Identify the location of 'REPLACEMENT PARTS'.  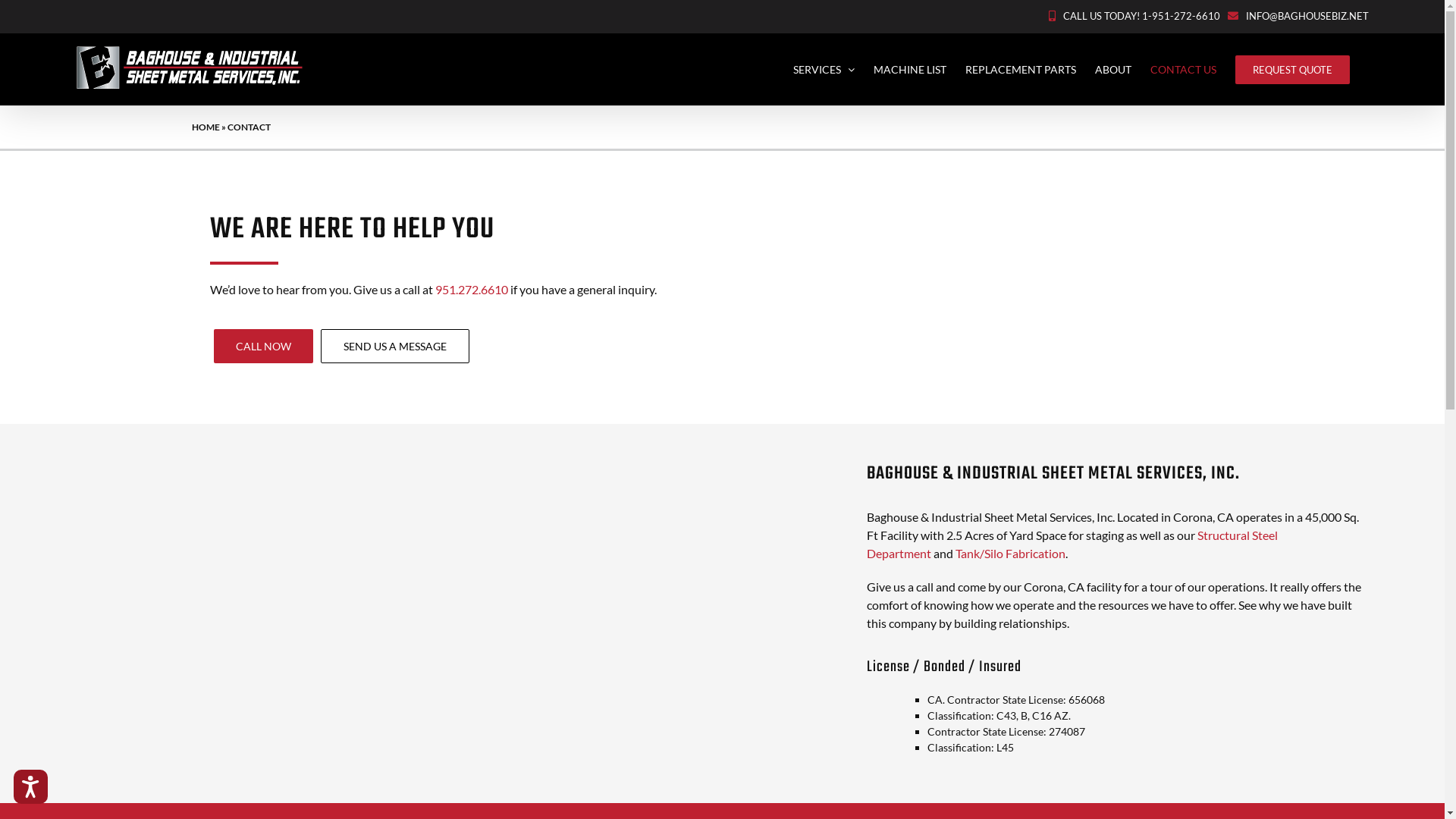
(1020, 69).